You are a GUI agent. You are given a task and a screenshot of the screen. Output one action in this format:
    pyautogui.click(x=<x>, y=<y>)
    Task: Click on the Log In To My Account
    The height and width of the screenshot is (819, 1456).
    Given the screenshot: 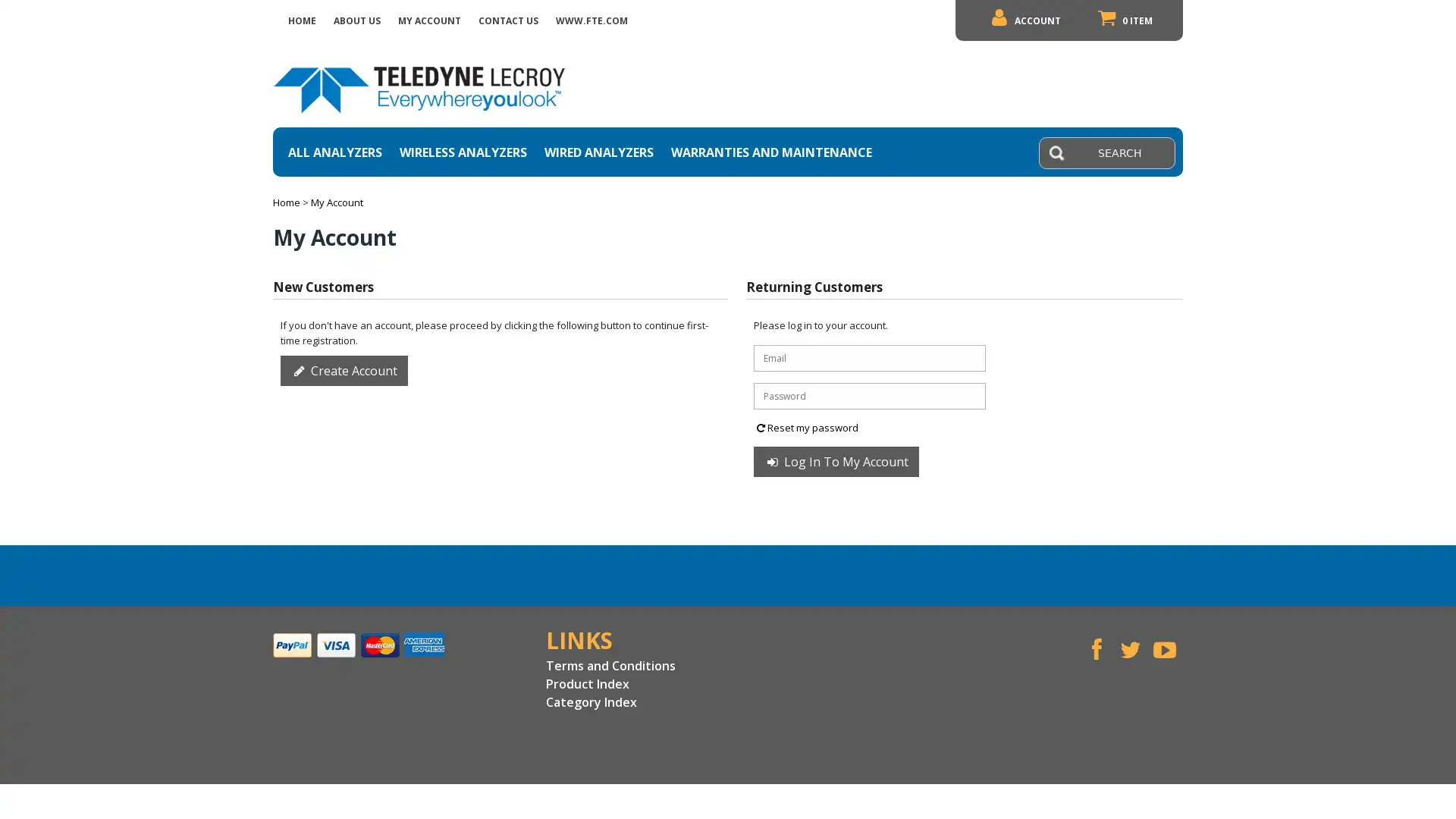 What is the action you would take?
    pyautogui.click(x=836, y=461)
    